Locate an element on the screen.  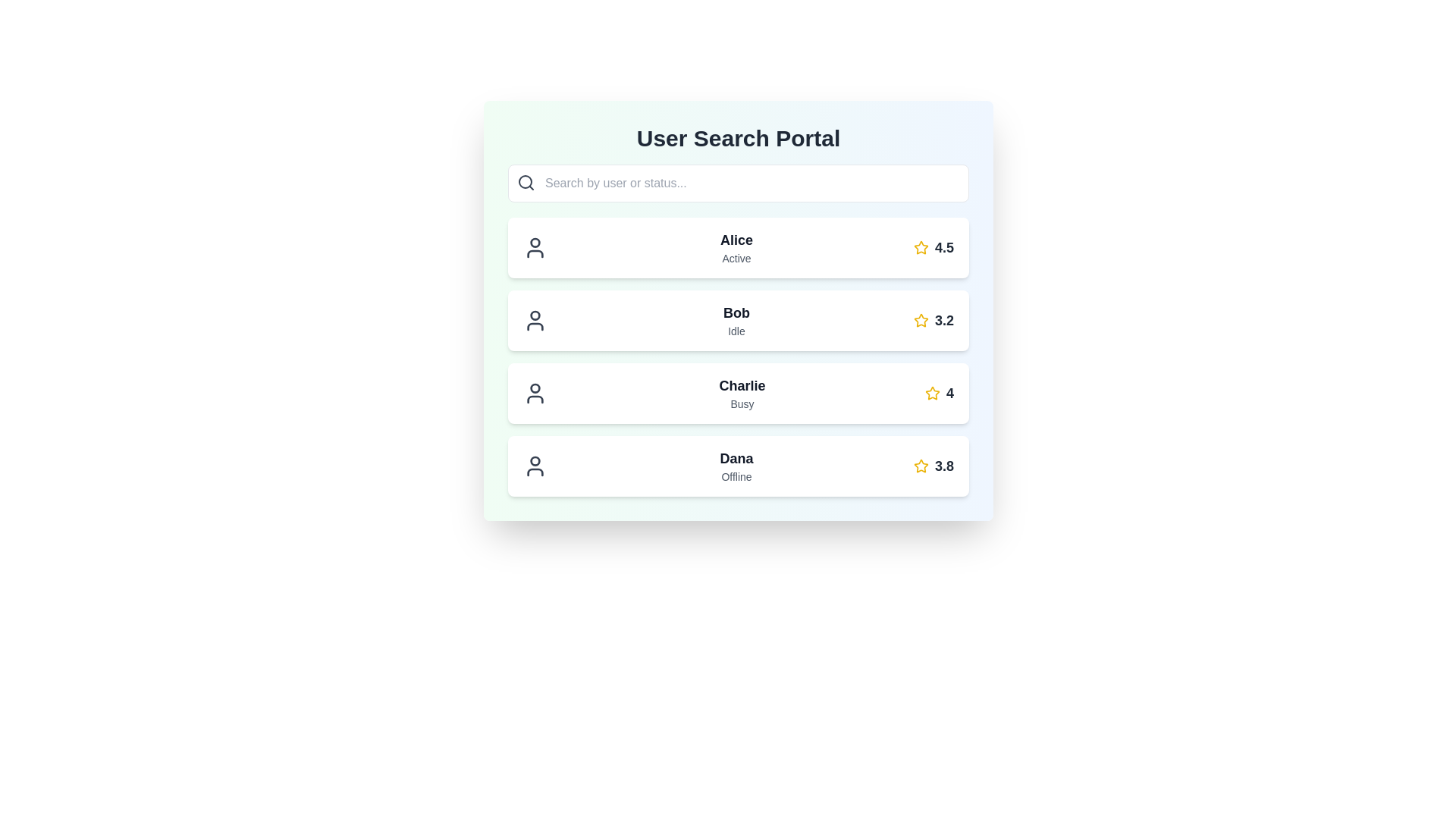
the small textual label reading 'Busy', which is positioned directly beneath the text 'Charlie' in the user list is located at coordinates (742, 403).